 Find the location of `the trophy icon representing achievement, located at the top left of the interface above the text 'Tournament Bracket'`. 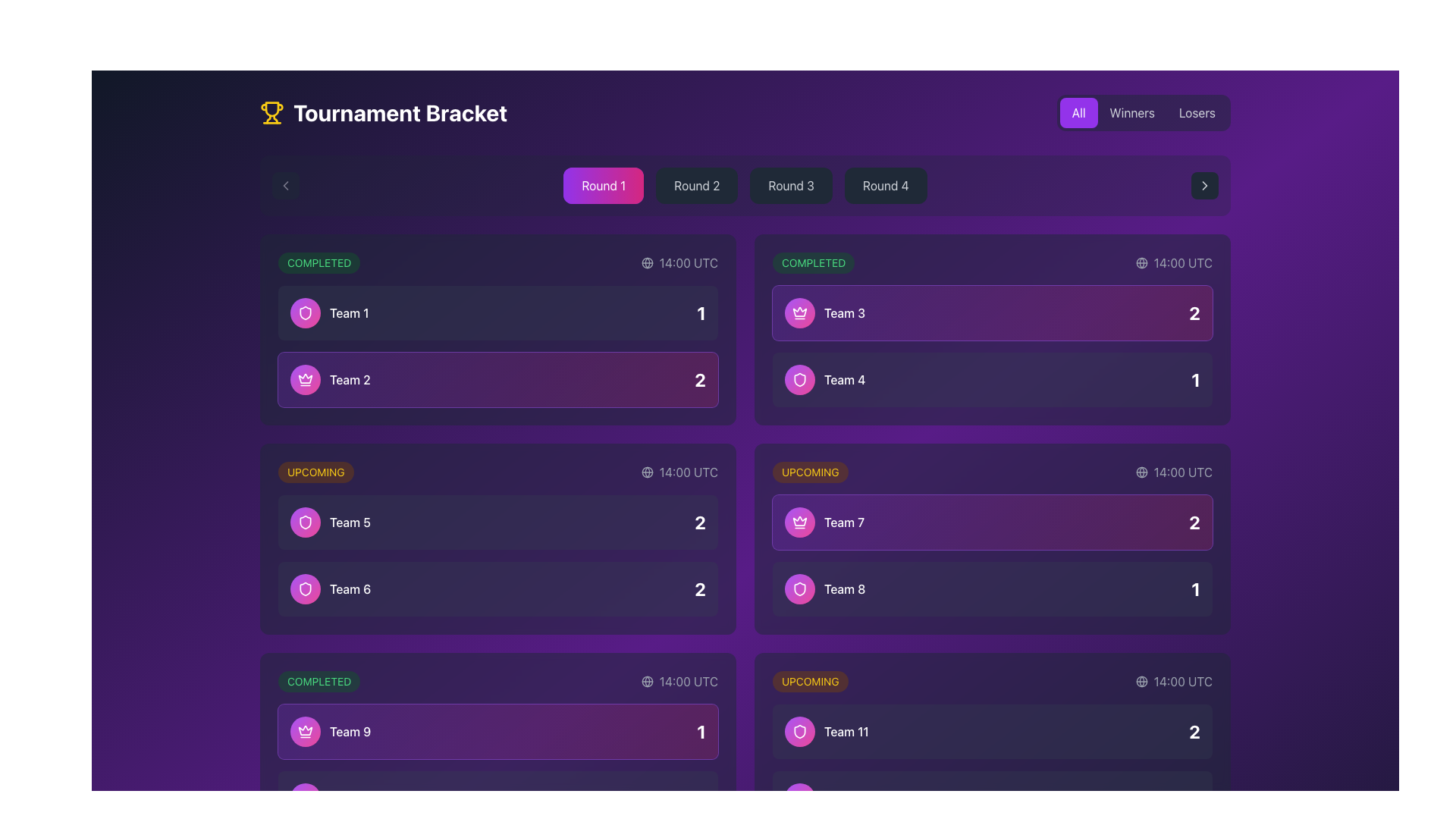

the trophy icon representing achievement, located at the top left of the interface above the text 'Tournament Bracket' is located at coordinates (272, 108).